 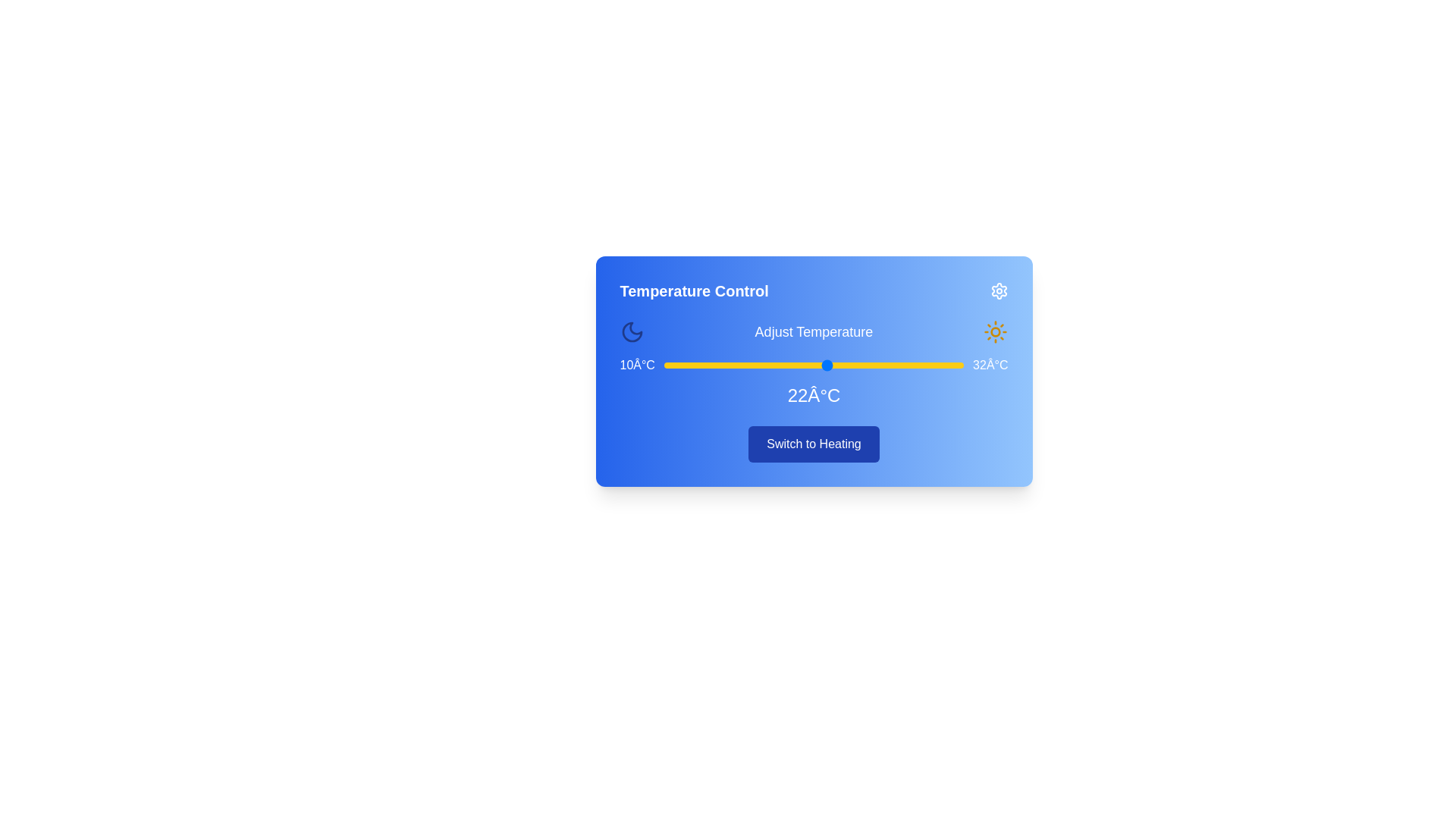 What do you see at coordinates (704, 366) in the screenshot?
I see `the temperature to 13°C using the slider` at bounding box center [704, 366].